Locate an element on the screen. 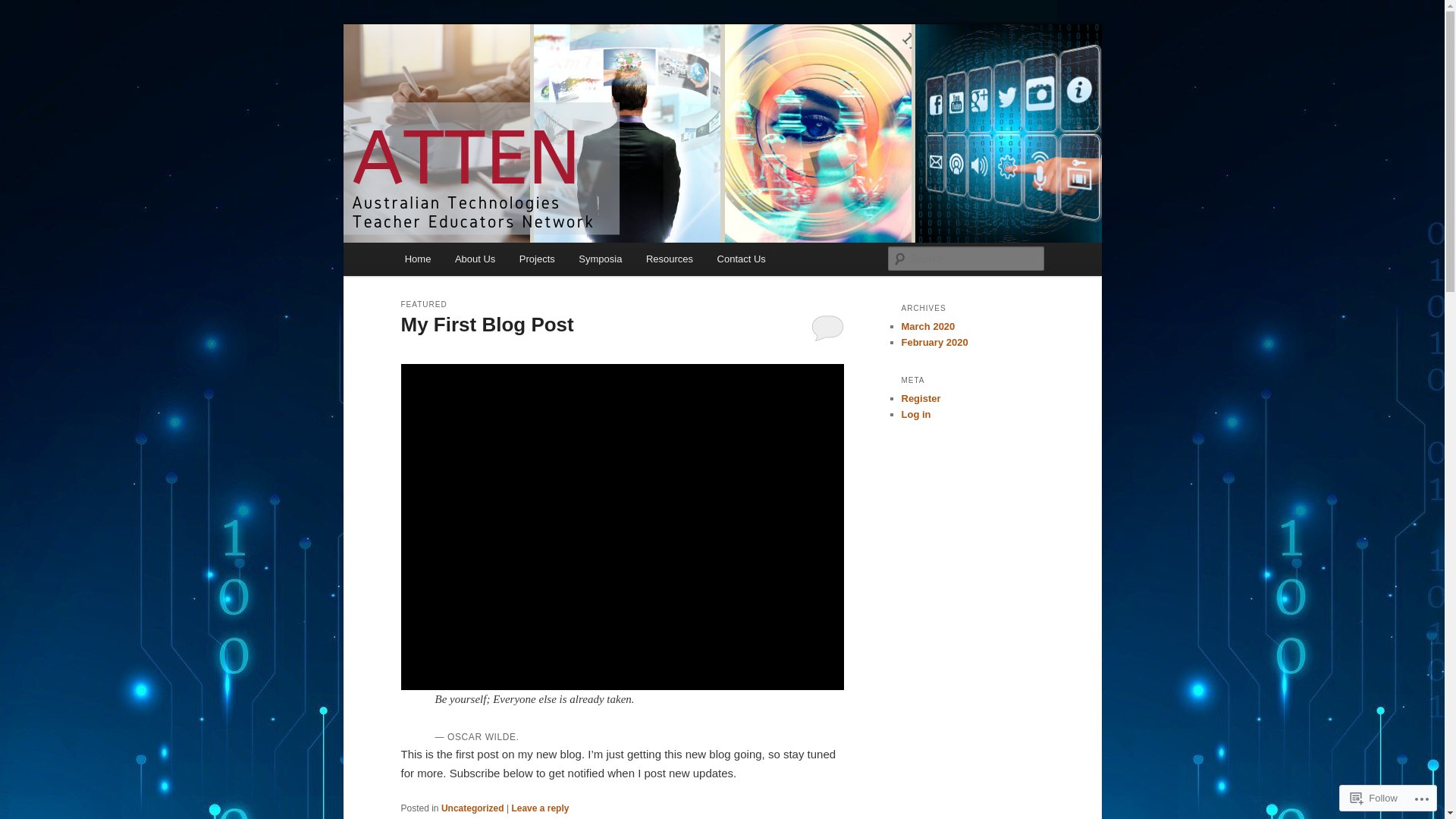 This screenshot has height=819, width=1456. 'Resources' is located at coordinates (669, 258).